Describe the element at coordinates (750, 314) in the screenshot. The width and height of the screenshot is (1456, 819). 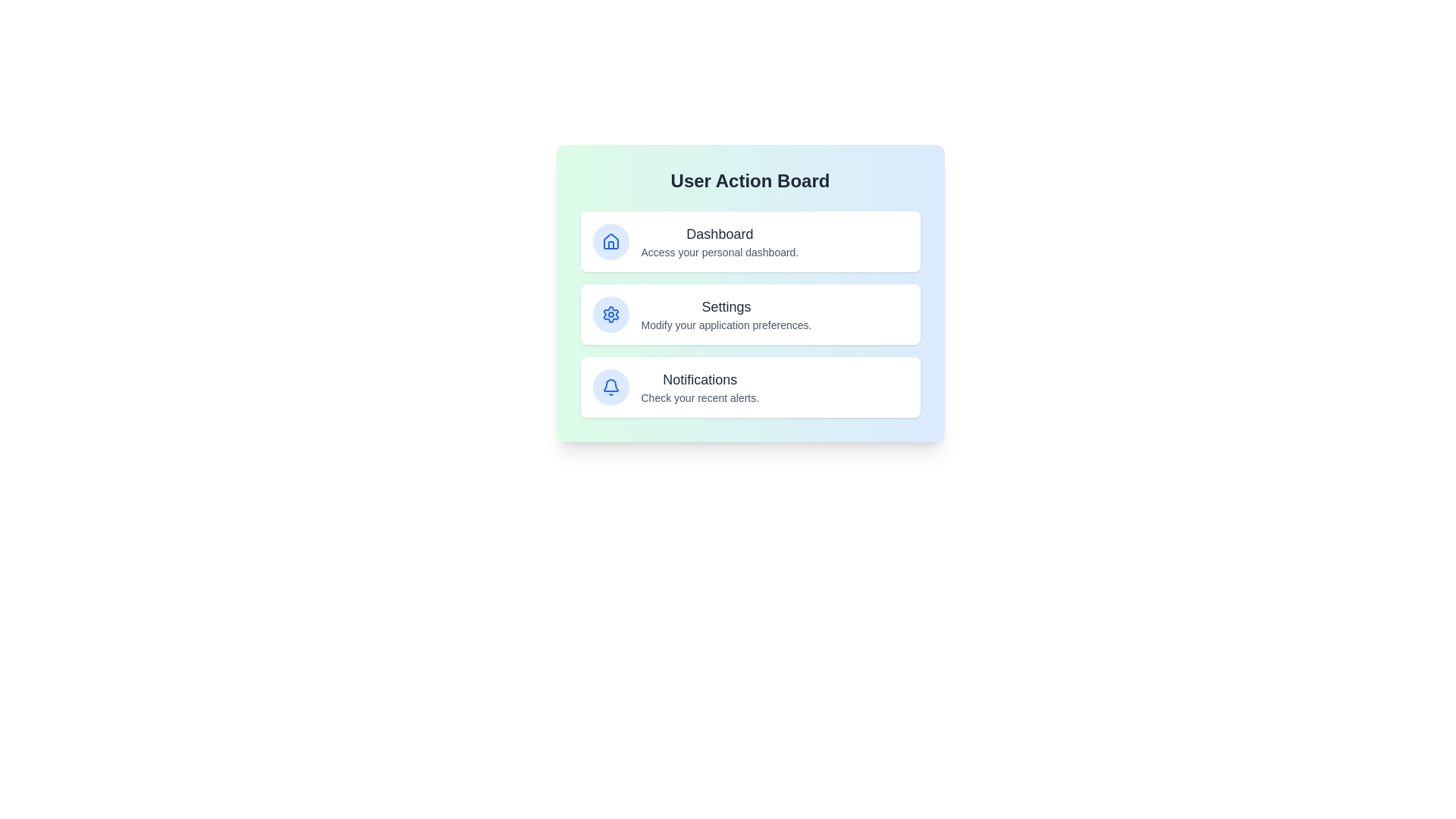
I see `the Settings card to observe its hover effect` at that location.